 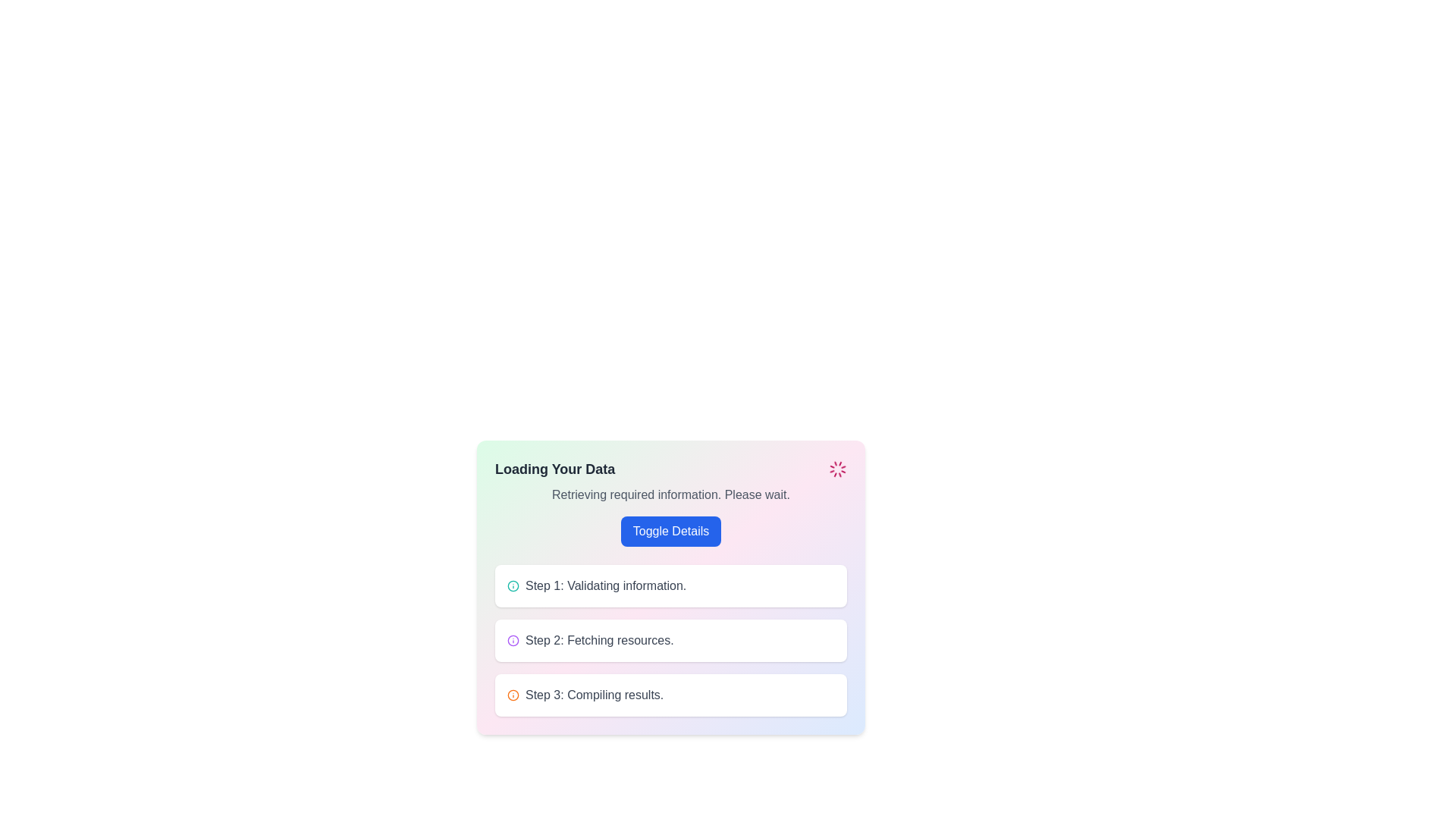 I want to click on the first text label with a supporting icon that represents the first step in a series of three procedural steps in a card-like UI component, so click(x=670, y=585).